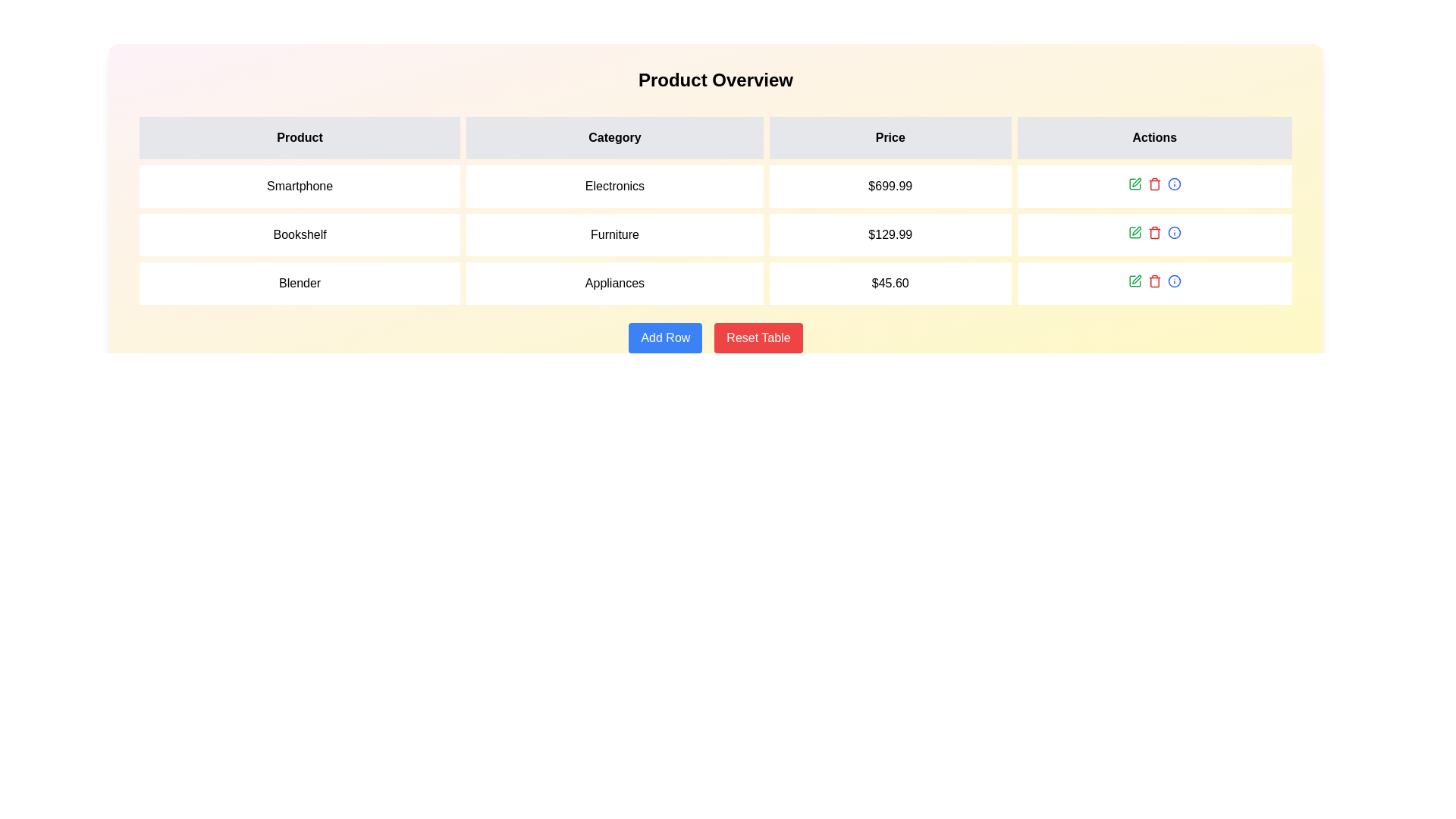  What do you see at coordinates (615, 284) in the screenshot?
I see `the text label displaying 'Appliances' located in the third row under the 'Category' column of a tabular layout` at bounding box center [615, 284].